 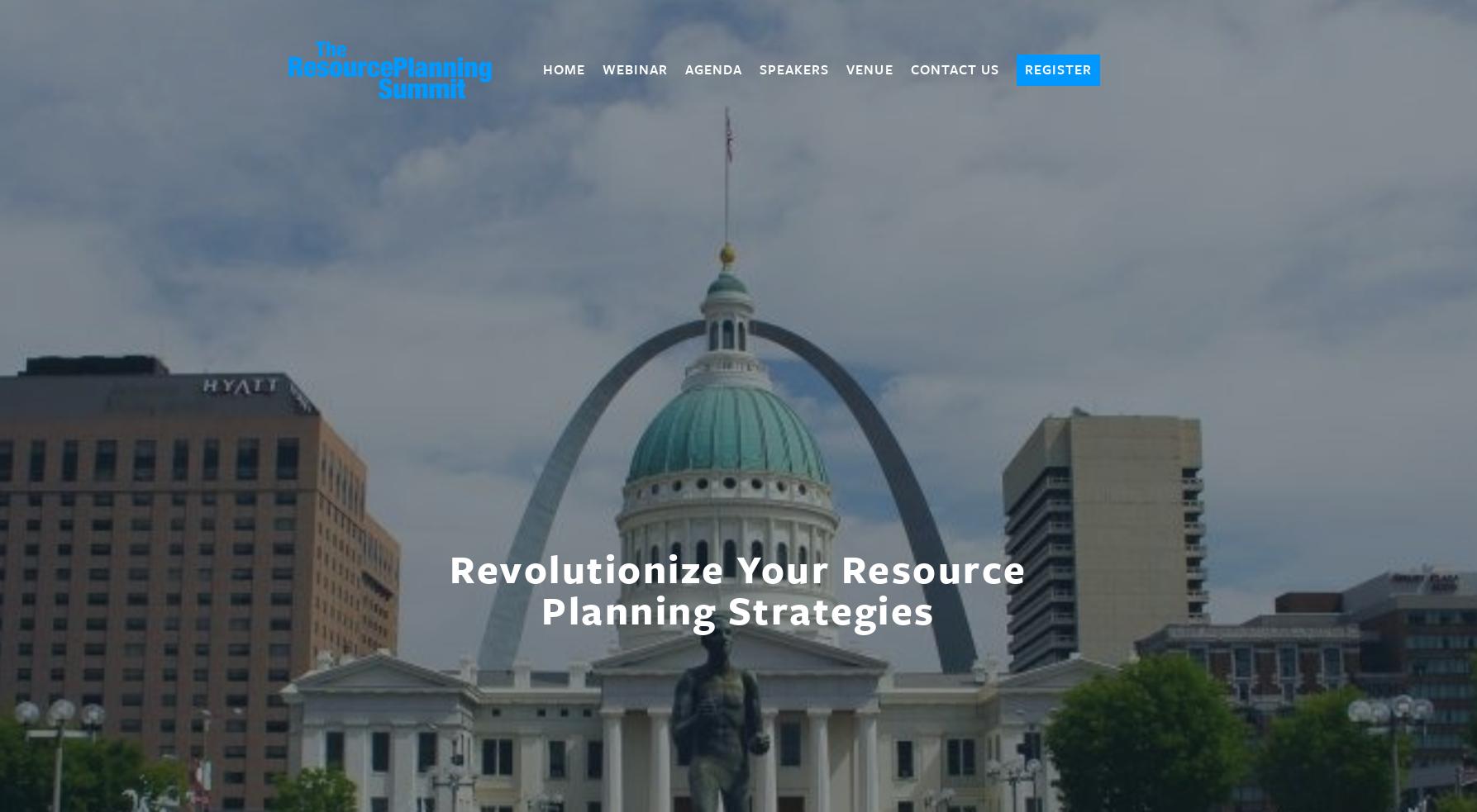 I want to click on 'Contact Us', so click(x=954, y=69).